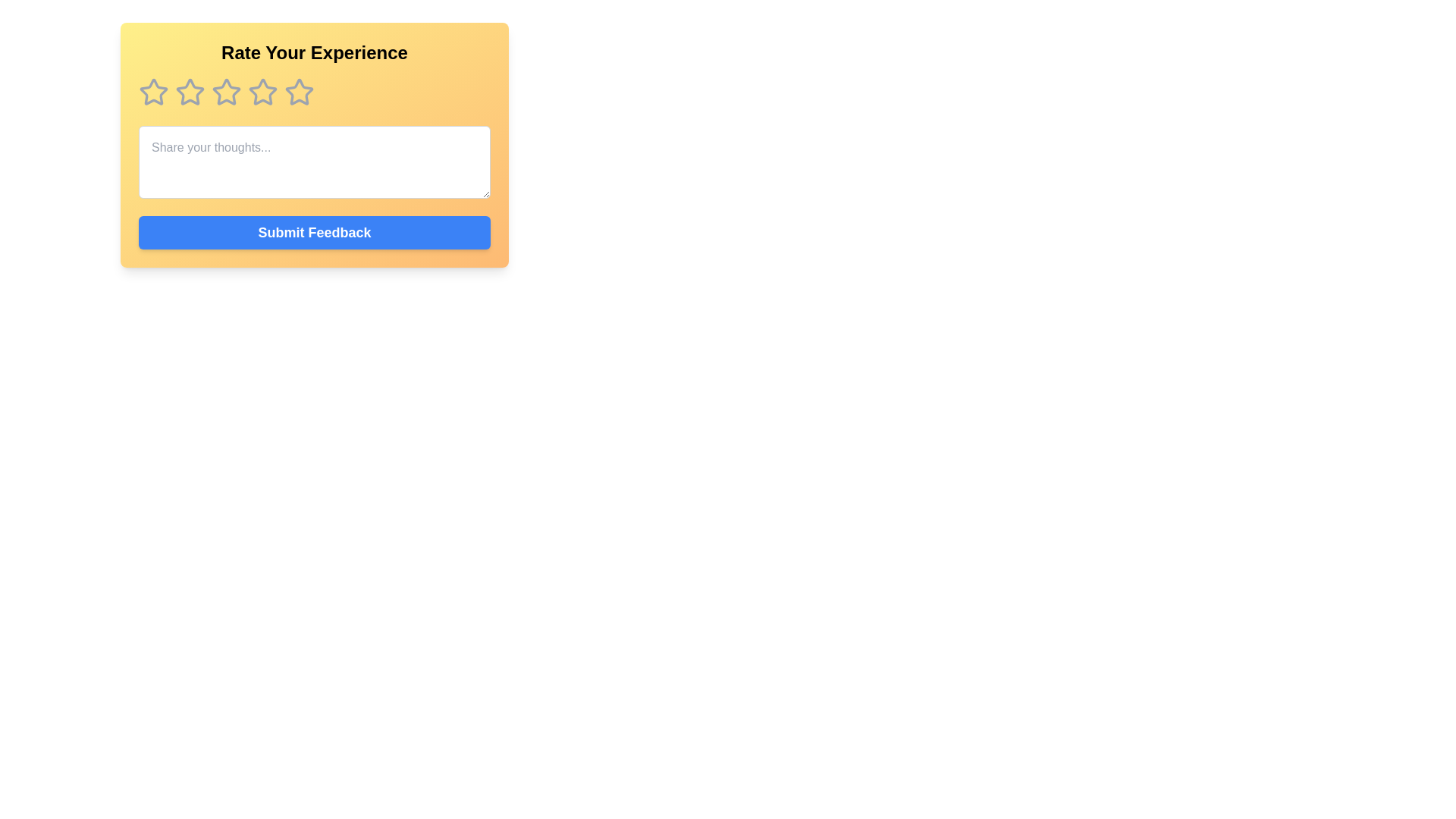  What do you see at coordinates (262, 93) in the screenshot?
I see `the fourth star icon in the feedback rating section to rate your experience` at bounding box center [262, 93].